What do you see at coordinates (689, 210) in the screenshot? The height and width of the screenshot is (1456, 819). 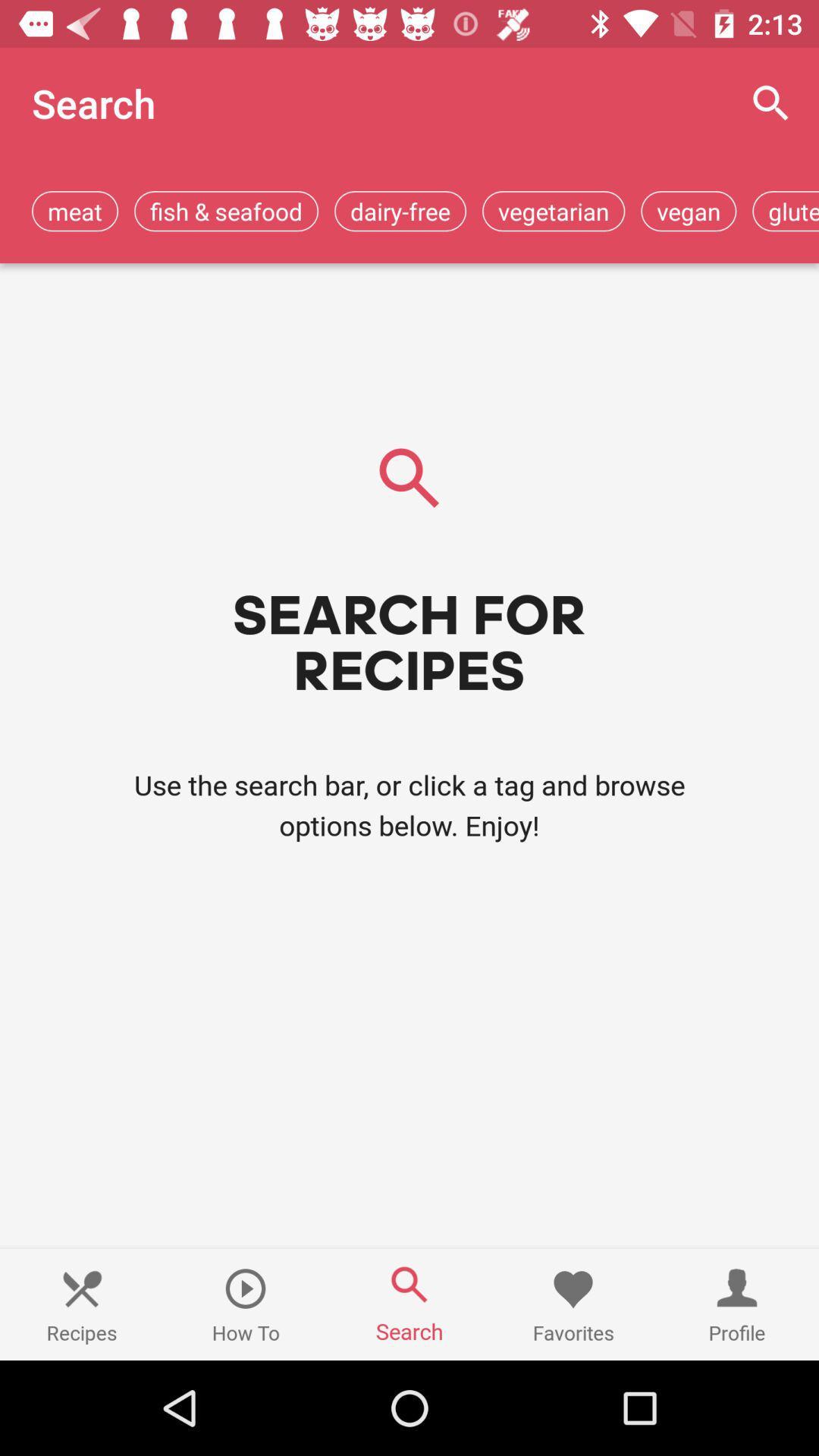 I see `app to the left of gluten-free app` at bounding box center [689, 210].